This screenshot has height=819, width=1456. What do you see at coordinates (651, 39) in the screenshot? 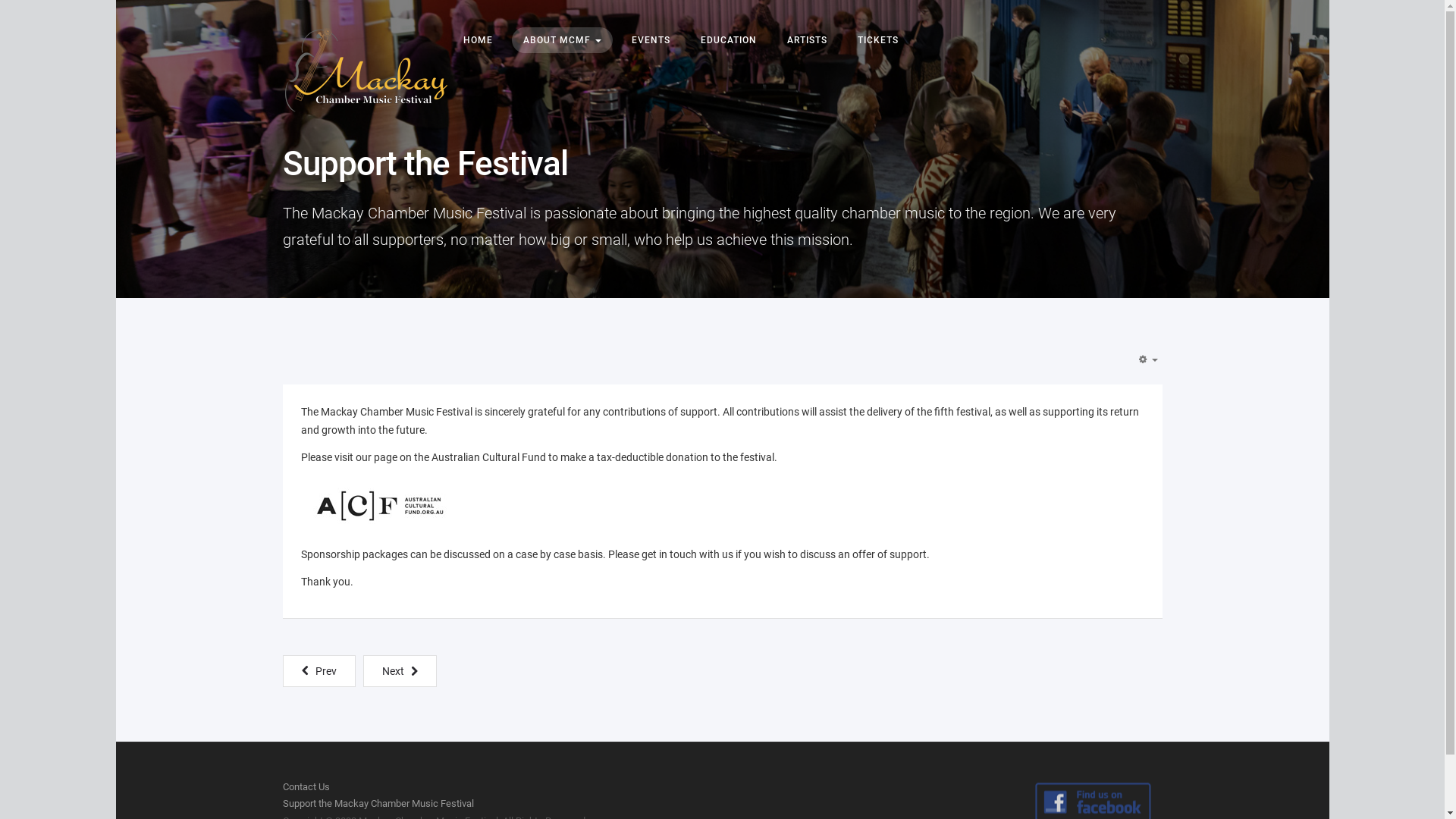
I see `'EVENTS'` at bounding box center [651, 39].